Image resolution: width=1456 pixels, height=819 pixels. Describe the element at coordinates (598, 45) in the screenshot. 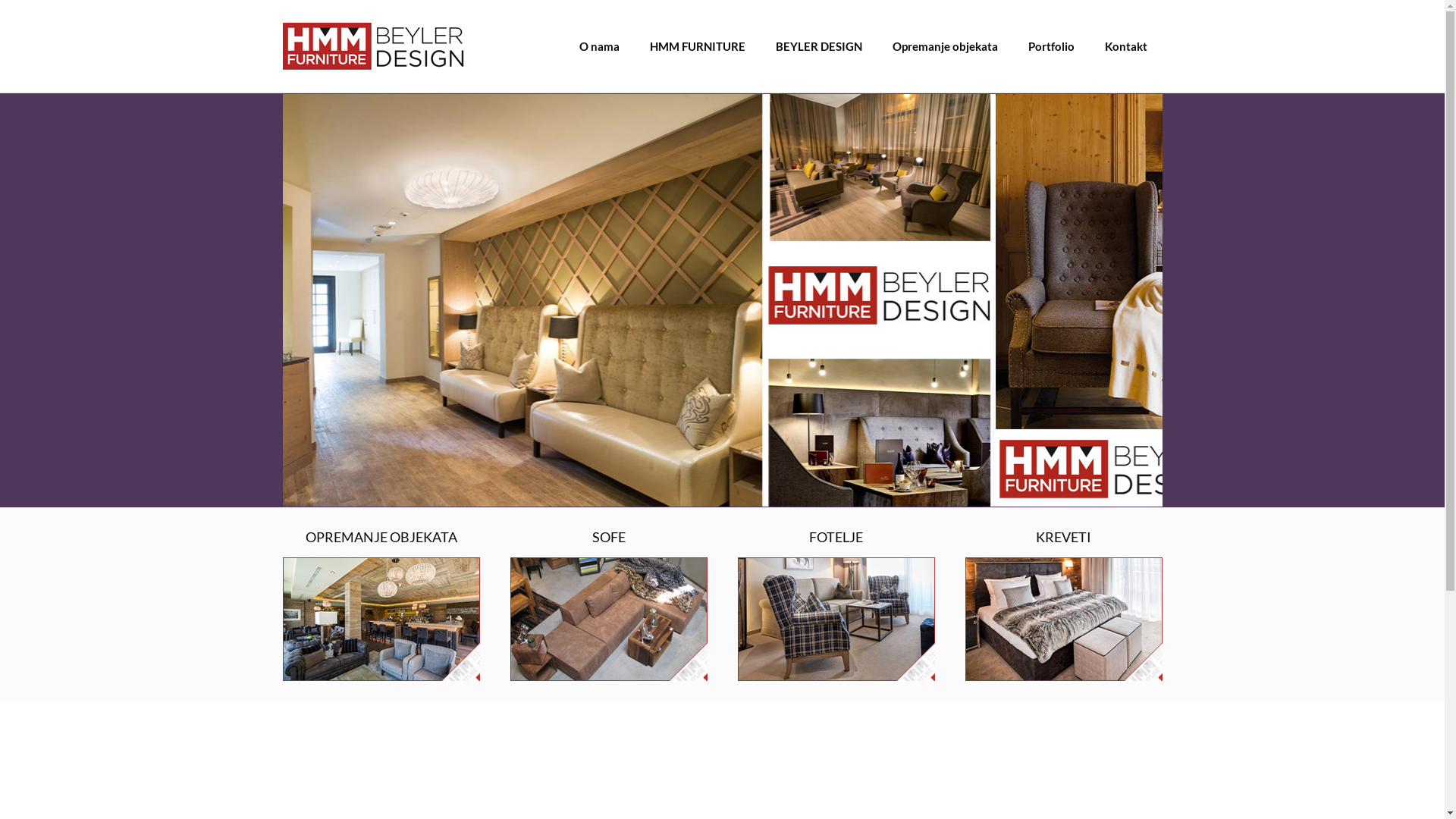

I see `'O nama'` at that location.